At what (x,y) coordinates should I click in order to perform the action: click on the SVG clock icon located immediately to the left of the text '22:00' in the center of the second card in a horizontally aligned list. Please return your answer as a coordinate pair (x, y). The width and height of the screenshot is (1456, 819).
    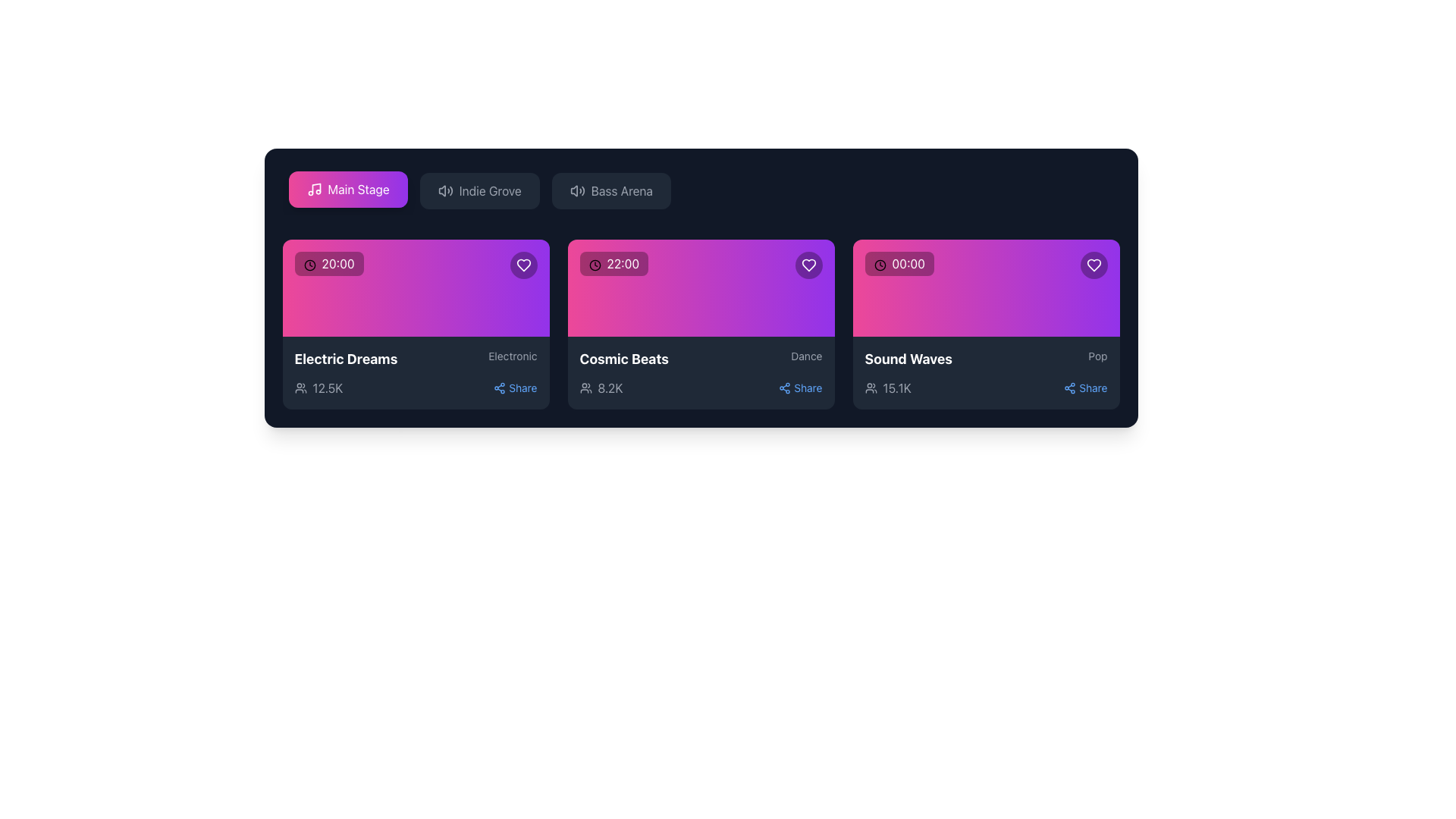
    Looking at the image, I should click on (594, 264).